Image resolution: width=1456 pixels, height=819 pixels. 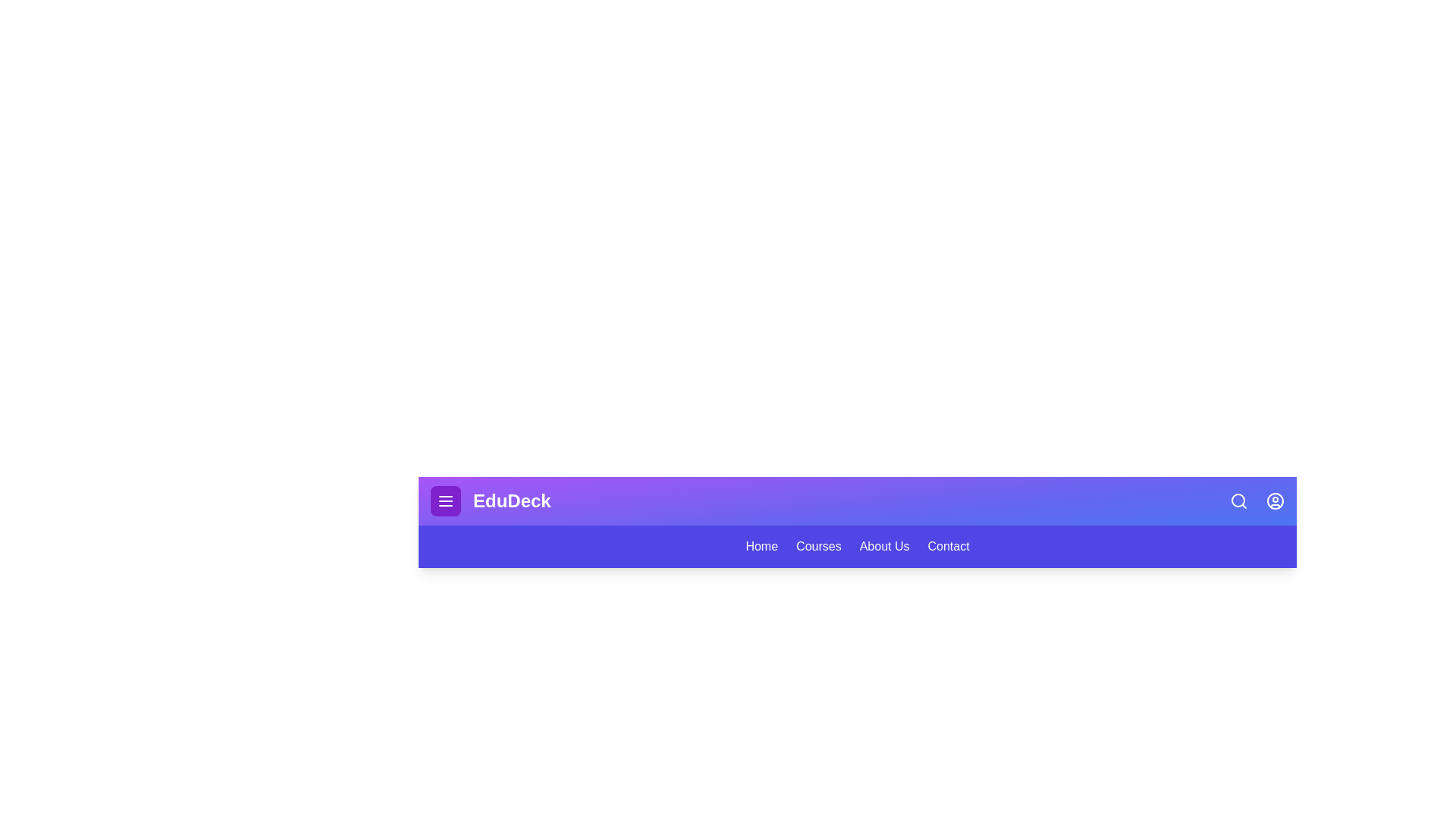 I want to click on the menu item labeled About Us to navigate to the corresponding section, so click(x=884, y=547).